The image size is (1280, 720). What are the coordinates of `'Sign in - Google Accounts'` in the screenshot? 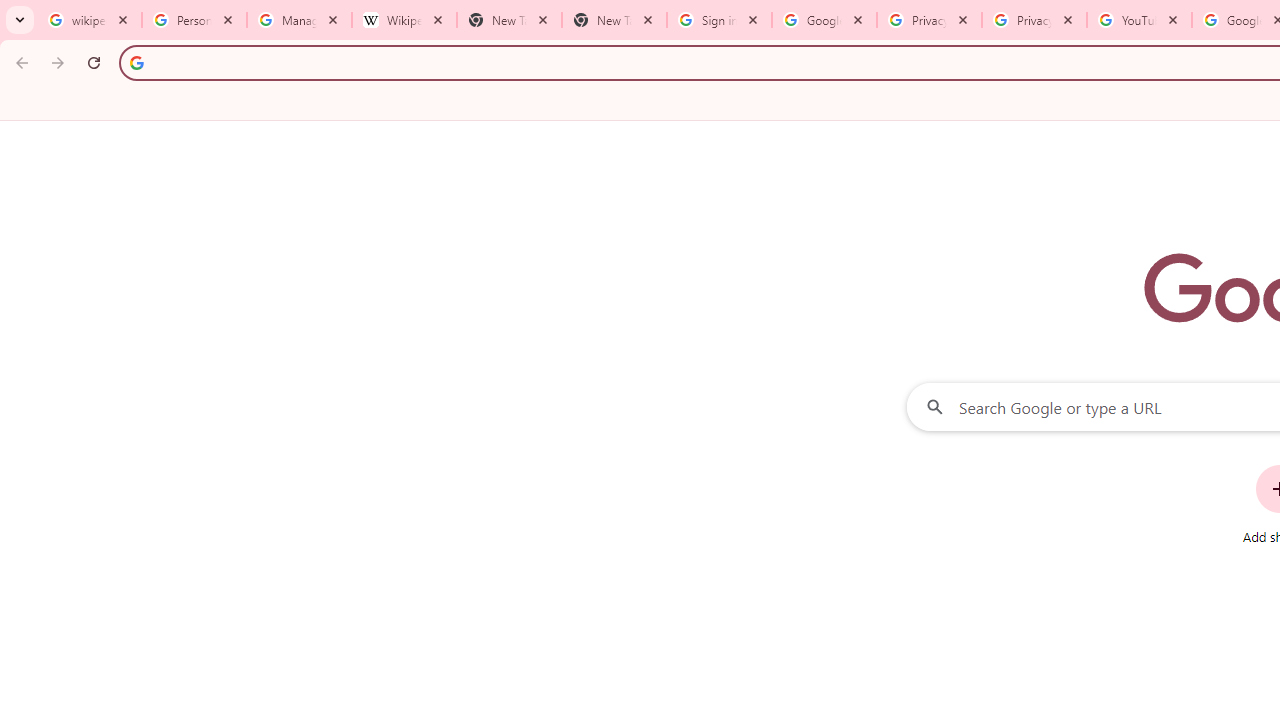 It's located at (719, 20).